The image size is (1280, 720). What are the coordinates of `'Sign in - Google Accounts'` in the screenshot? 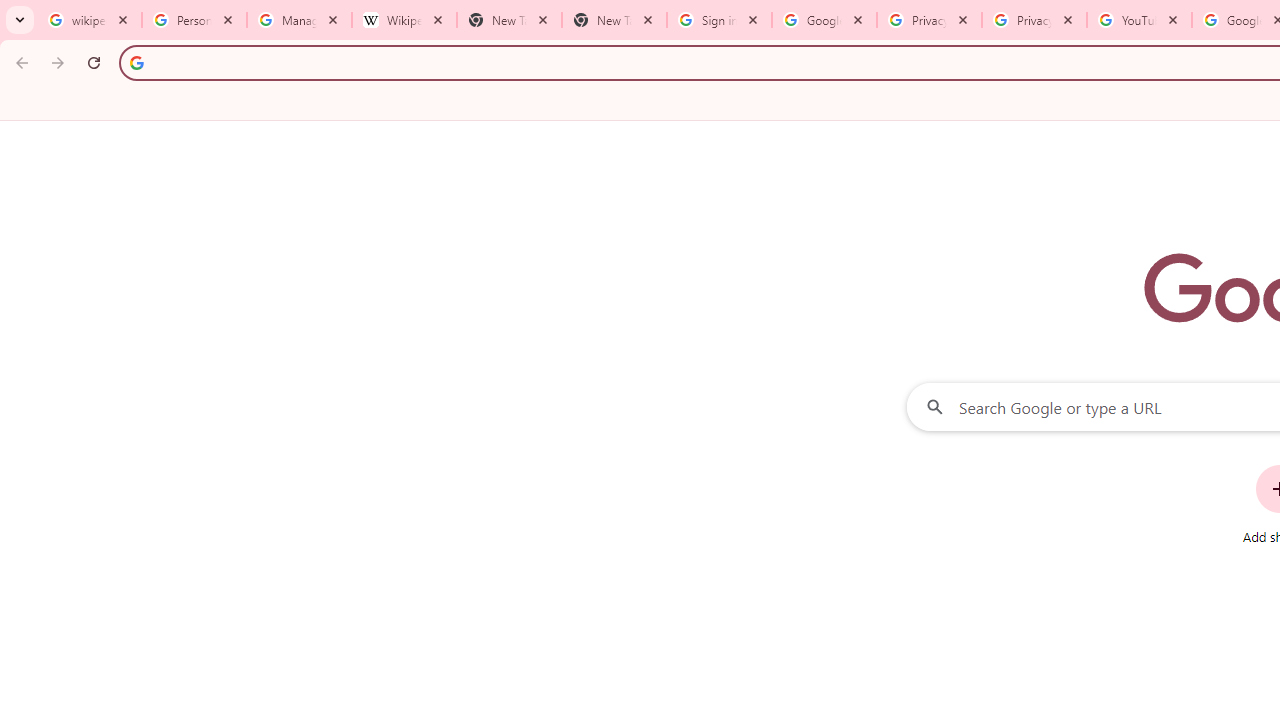 It's located at (719, 20).